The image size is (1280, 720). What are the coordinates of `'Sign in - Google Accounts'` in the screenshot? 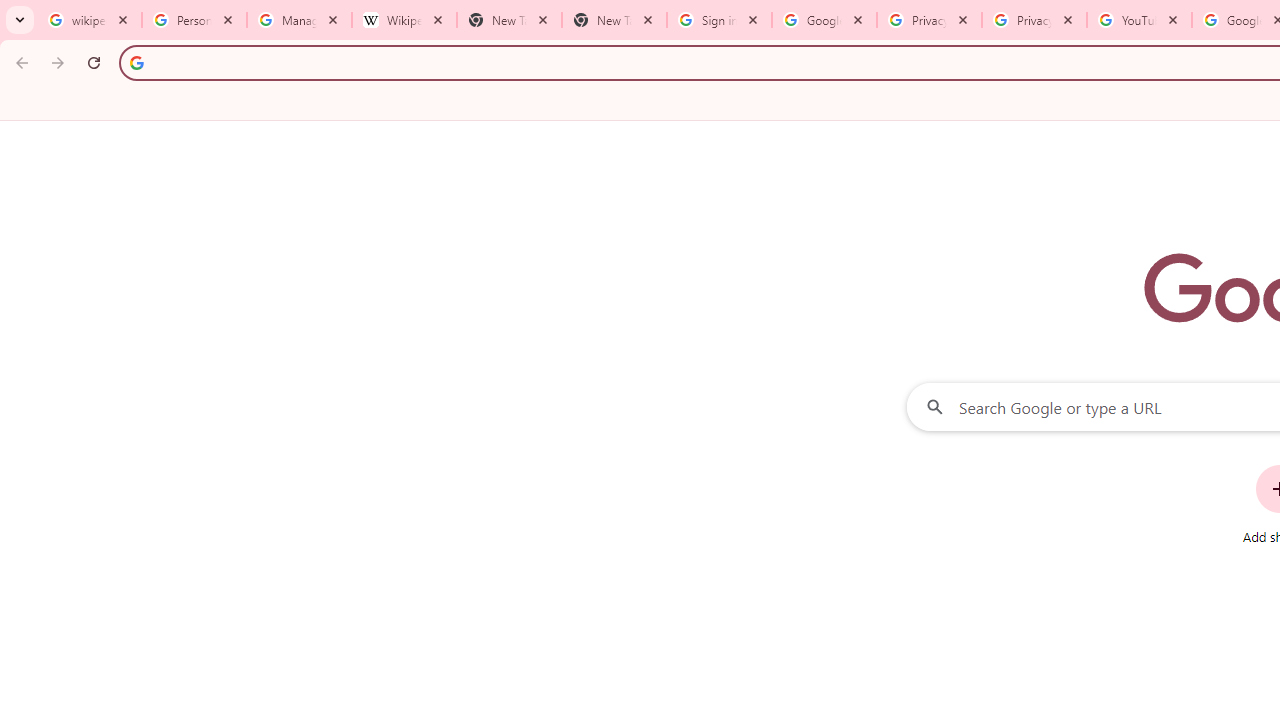 It's located at (719, 20).